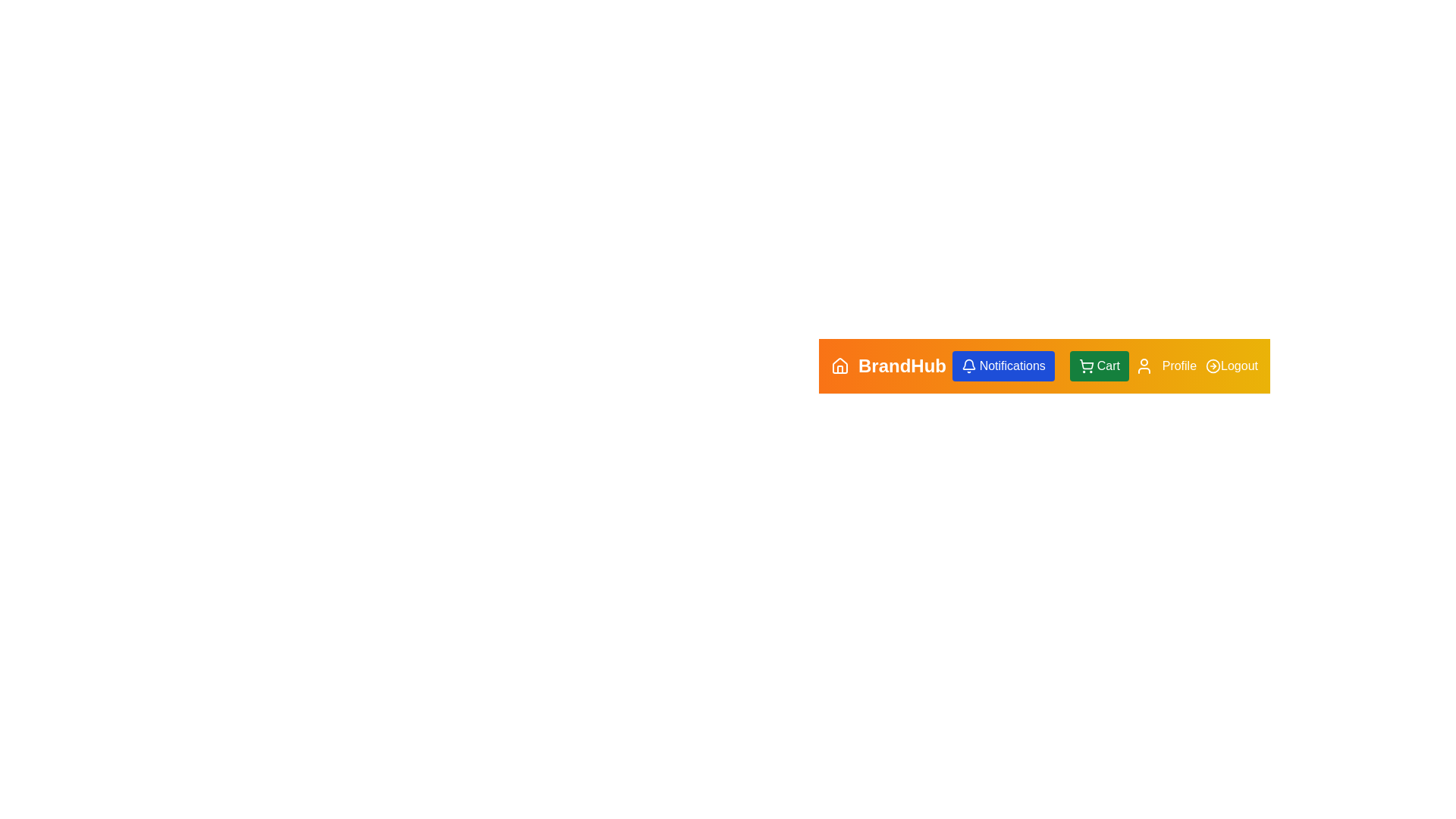 This screenshot has width=1456, height=819. Describe the element at coordinates (839, 366) in the screenshot. I see `the home icon to navigate to the home page` at that location.